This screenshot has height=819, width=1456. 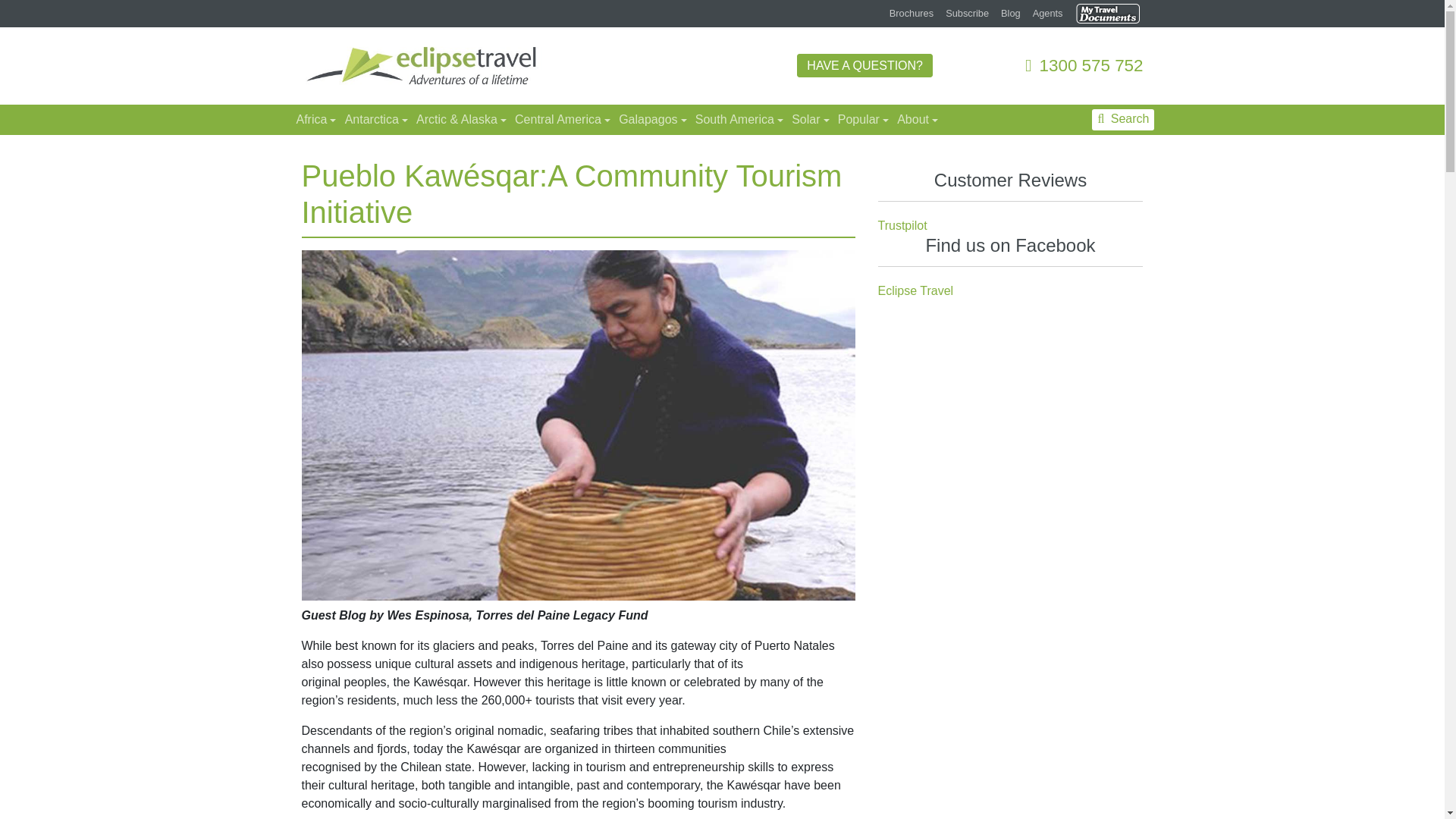 What do you see at coordinates (375, 119) in the screenshot?
I see `'Antarctica'` at bounding box center [375, 119].